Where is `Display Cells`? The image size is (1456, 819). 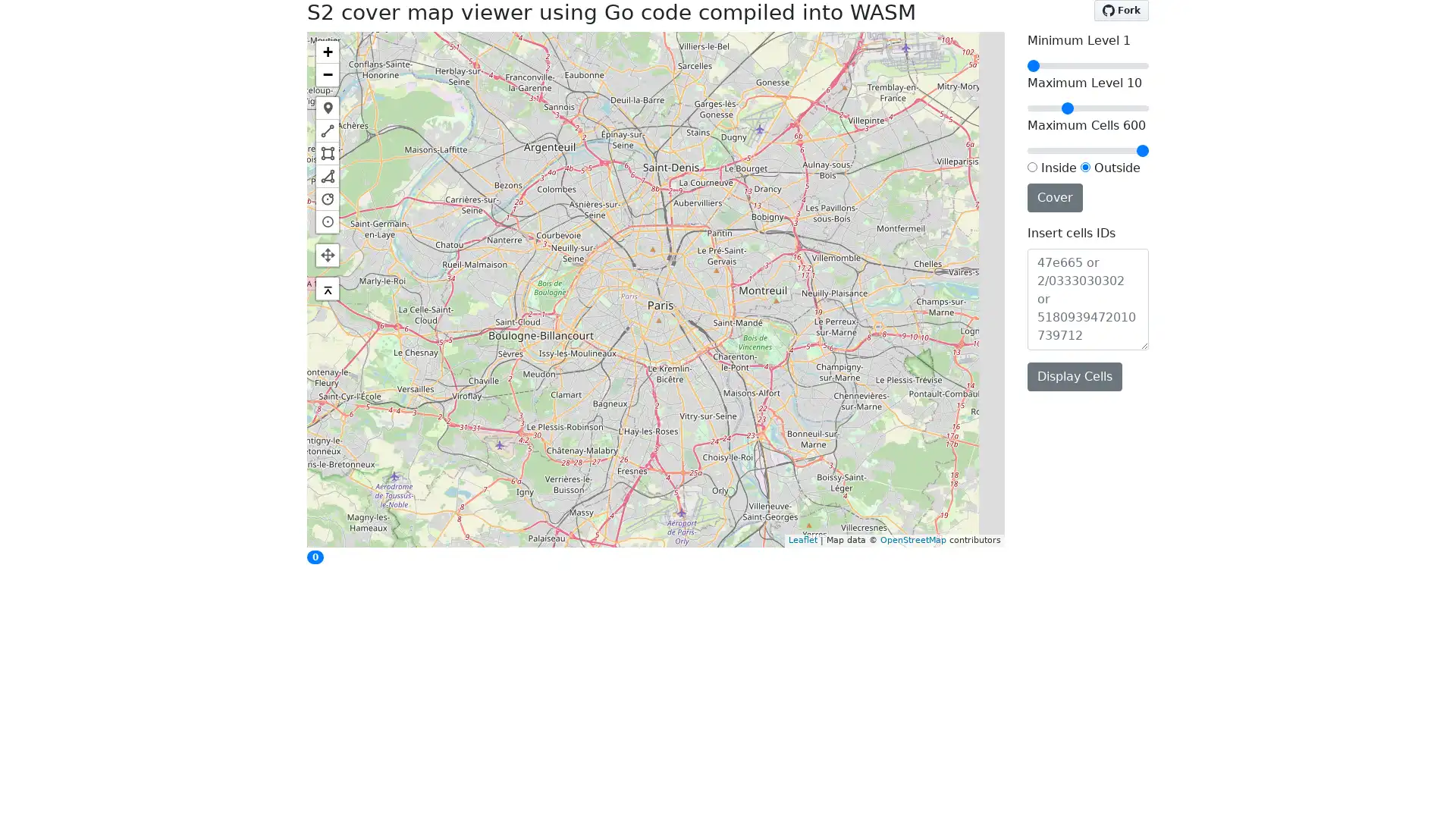
Display Cells is located at coordinates (1074, 375).